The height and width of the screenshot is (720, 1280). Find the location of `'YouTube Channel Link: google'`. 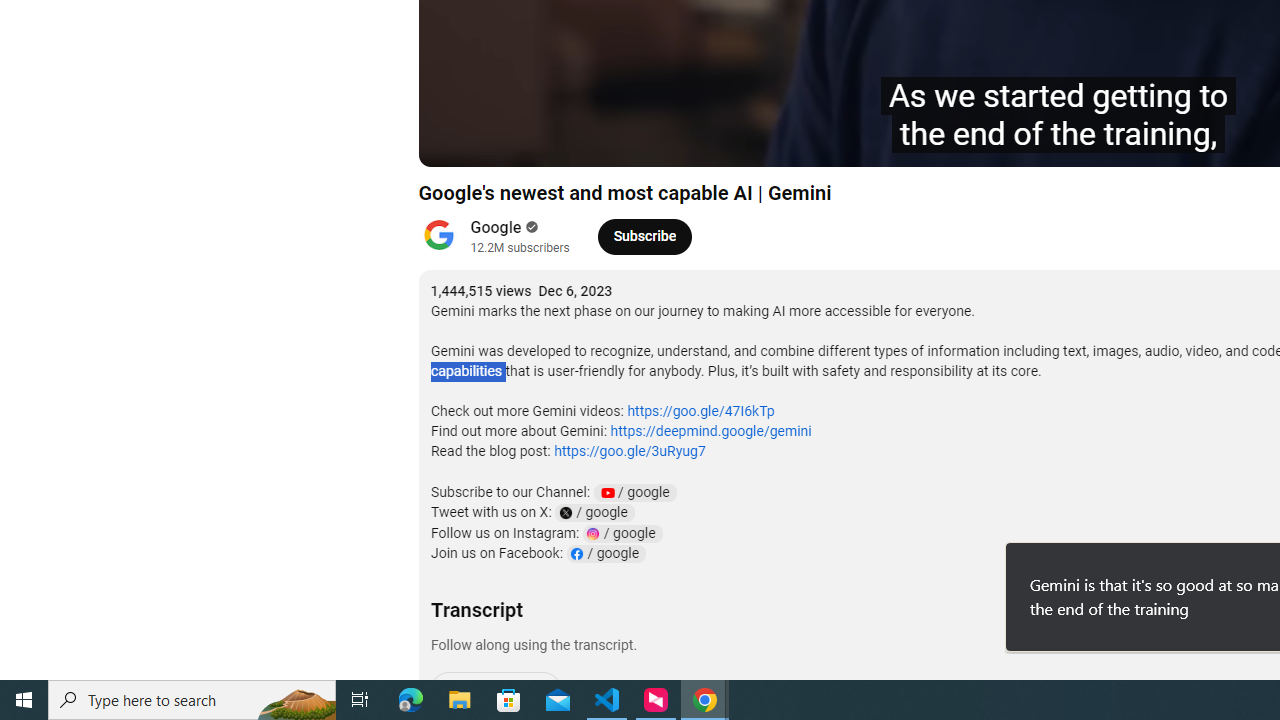

'YouTube Channel Link: google' is located at coordinates (633, 492).